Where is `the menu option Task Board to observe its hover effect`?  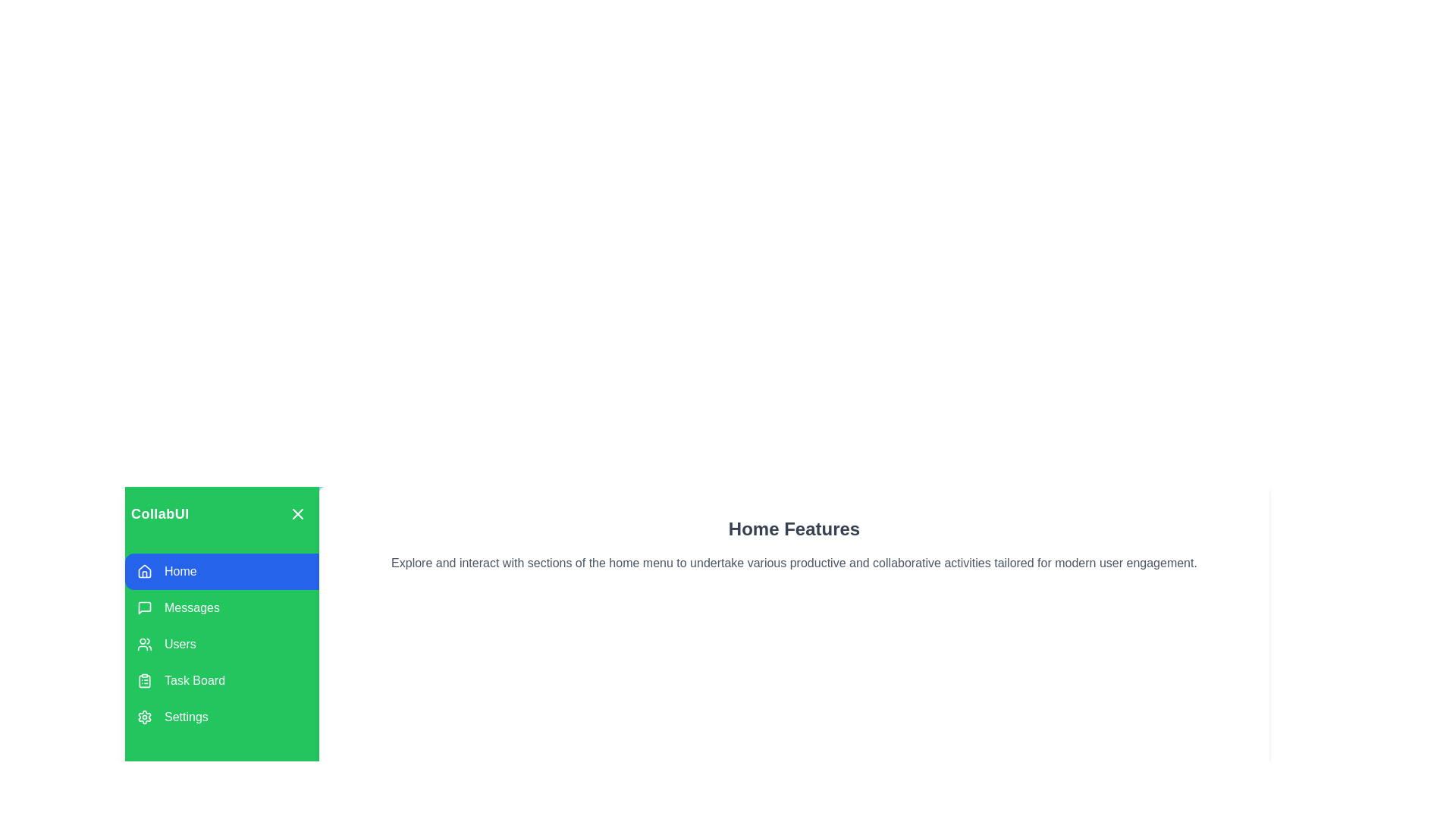
the menu option Task Board to observe its hover effect is located at coordinates (221, 680).